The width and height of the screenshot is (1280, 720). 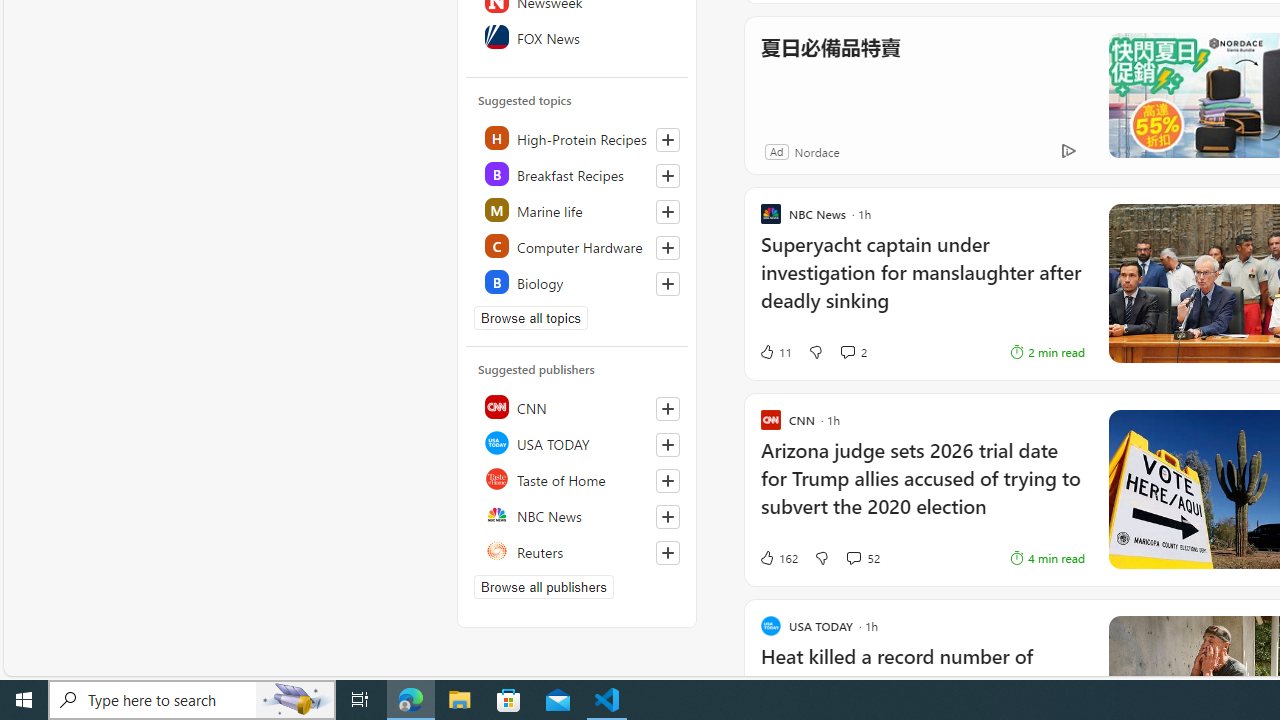 I want to click on 'Follow this topic', so click(x=668, y=284).